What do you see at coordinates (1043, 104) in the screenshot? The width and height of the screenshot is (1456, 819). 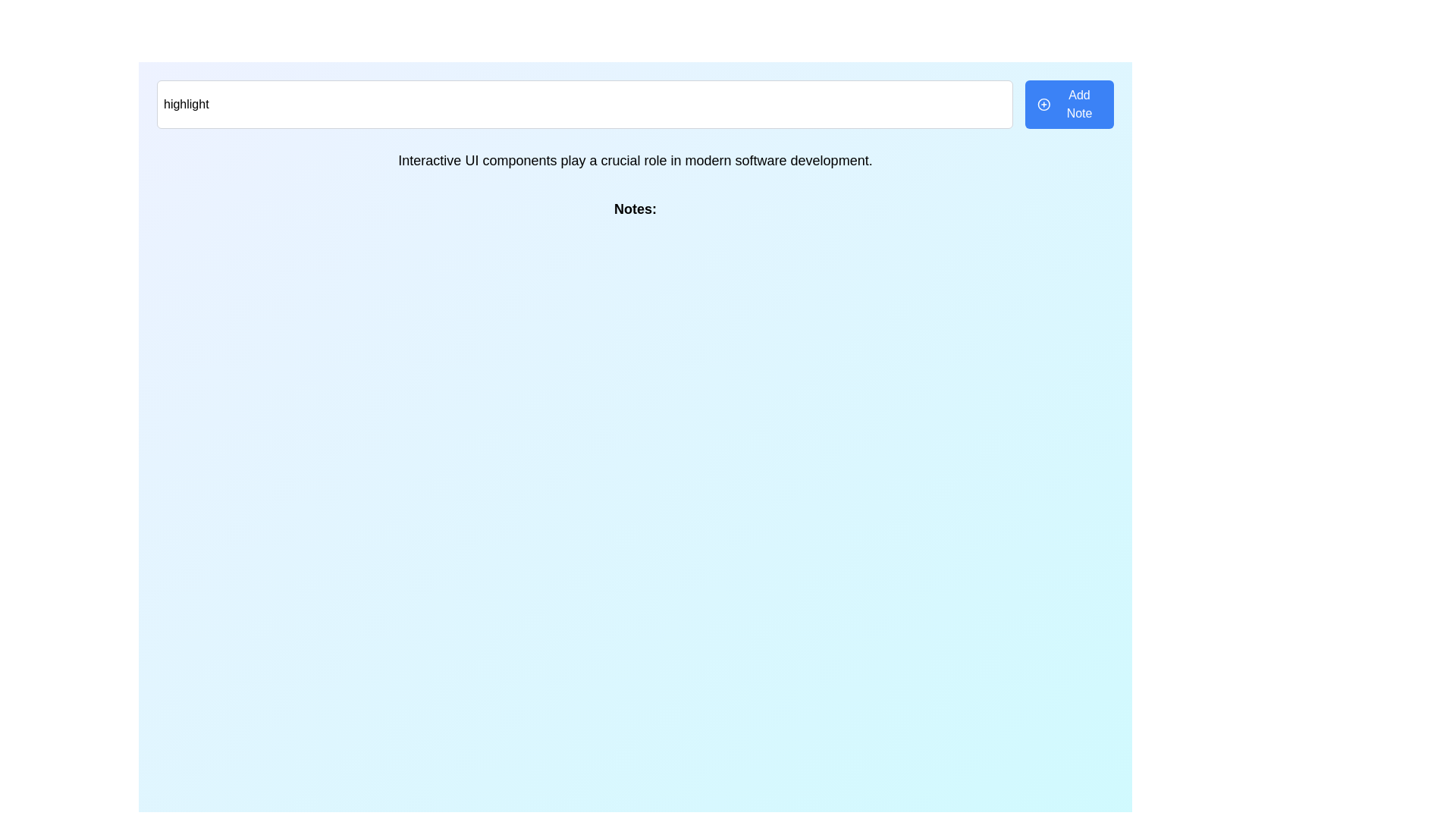 I see `the outer circular part of the plus icon located in the top-right corner of the interface next to the 'Add Note' button` at bounding box center [1043, 104].